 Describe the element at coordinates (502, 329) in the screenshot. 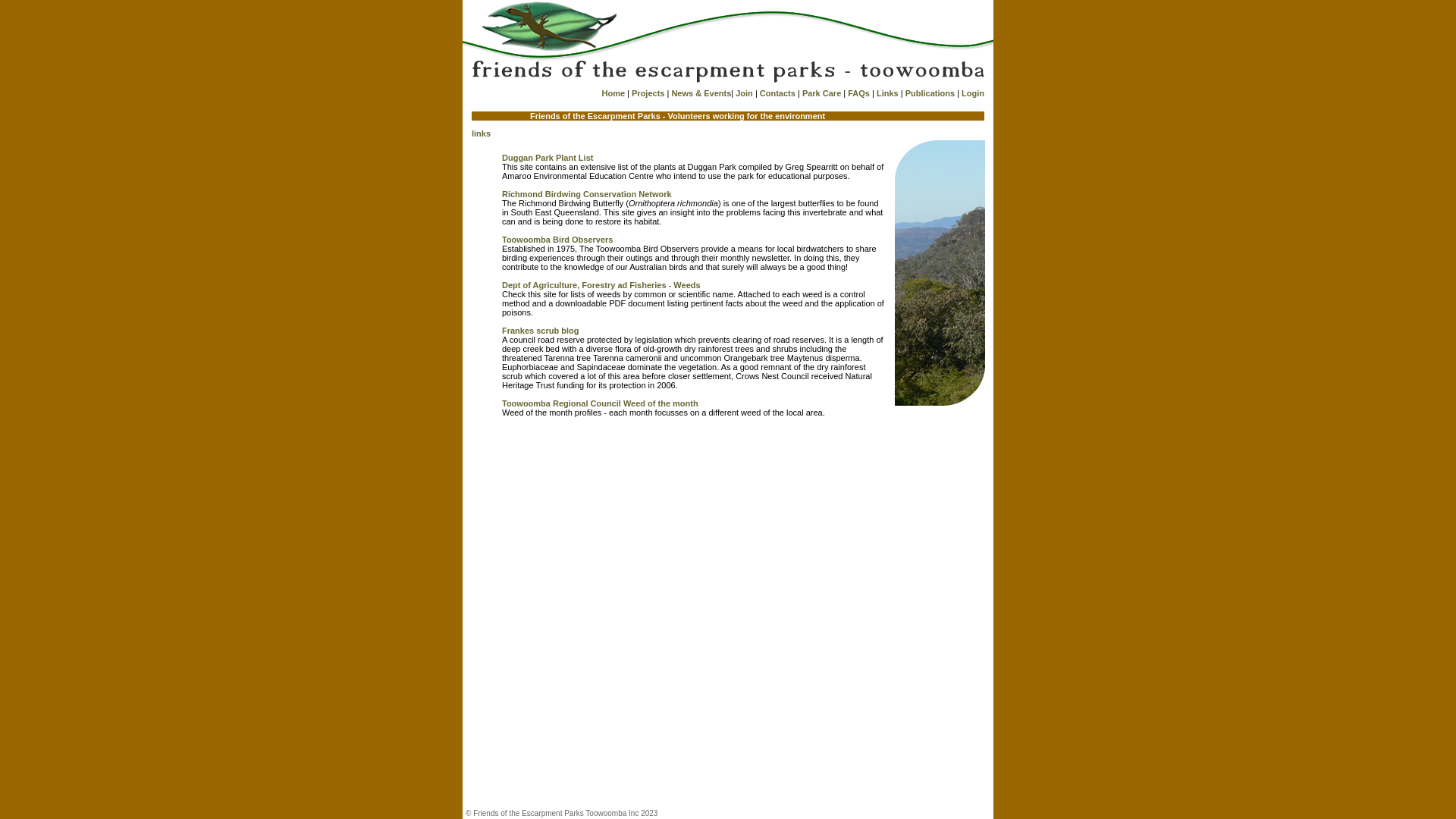

I see `'Frankes scrub blog'` at that location.